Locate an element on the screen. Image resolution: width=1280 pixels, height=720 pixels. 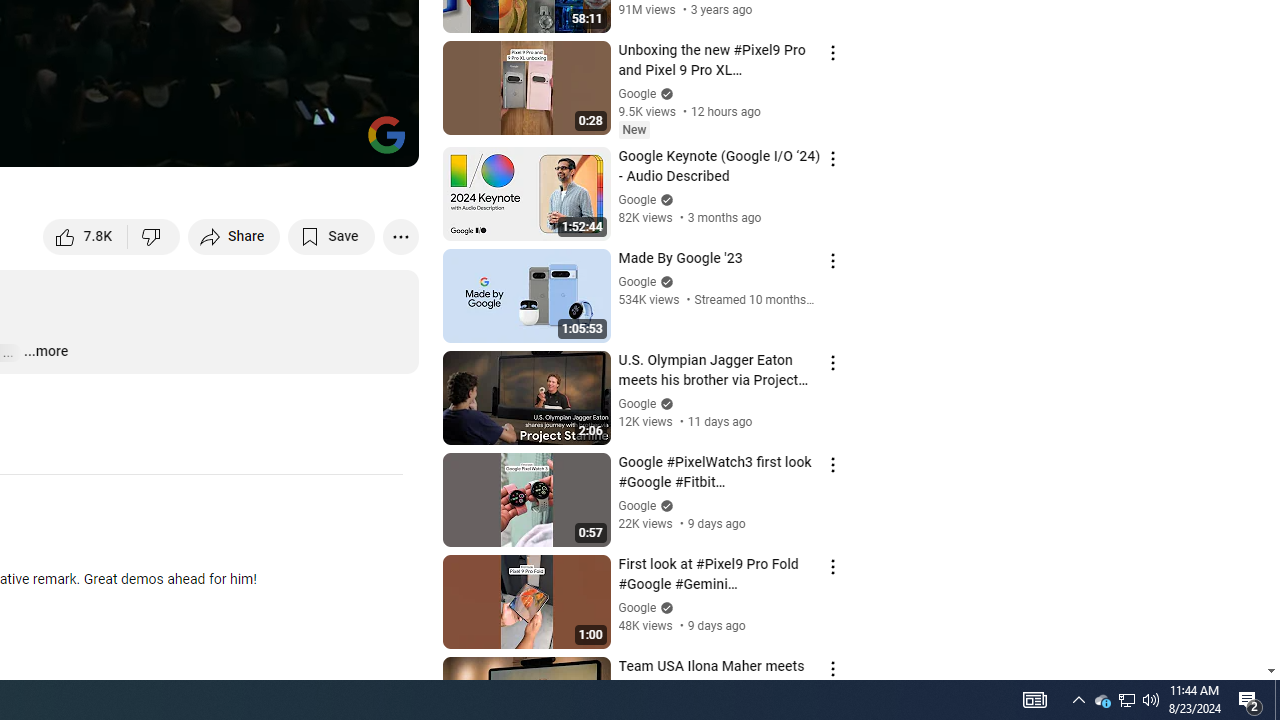
'Channel watermark' is located at coordinates (386, 135).